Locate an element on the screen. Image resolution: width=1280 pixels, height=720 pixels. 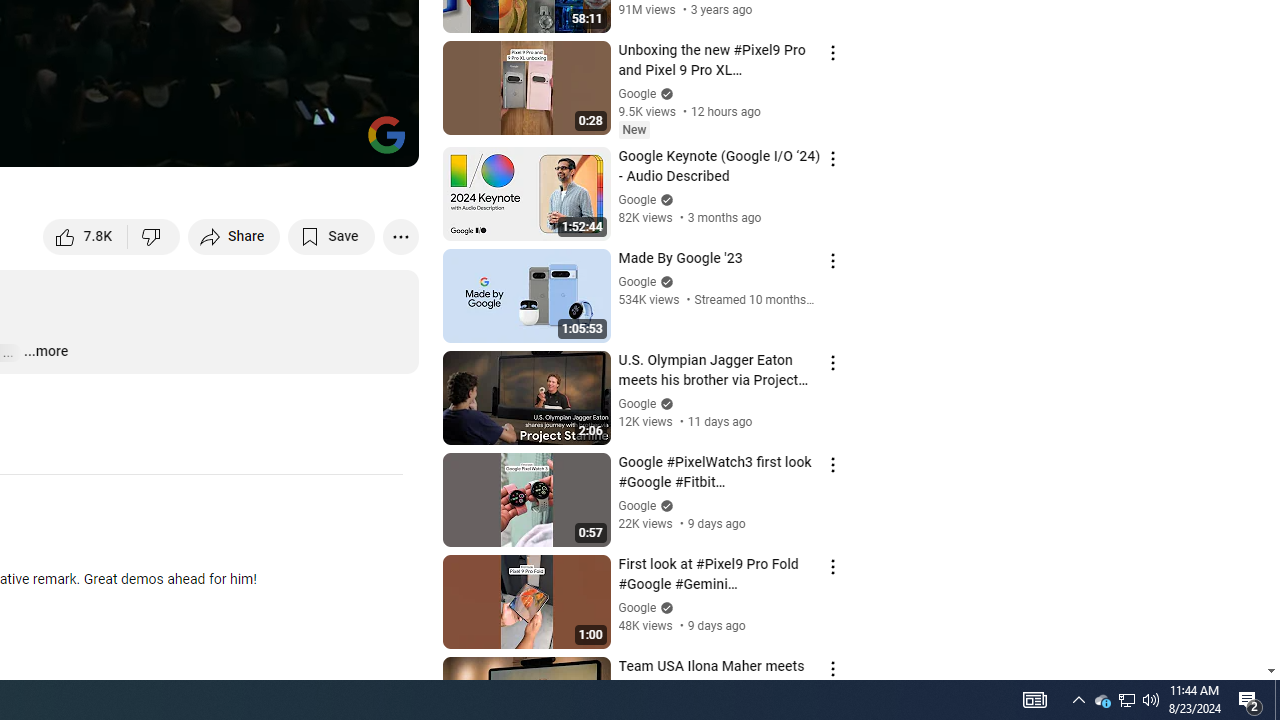
'Channel watermark' is located at coordinates (386, 135).